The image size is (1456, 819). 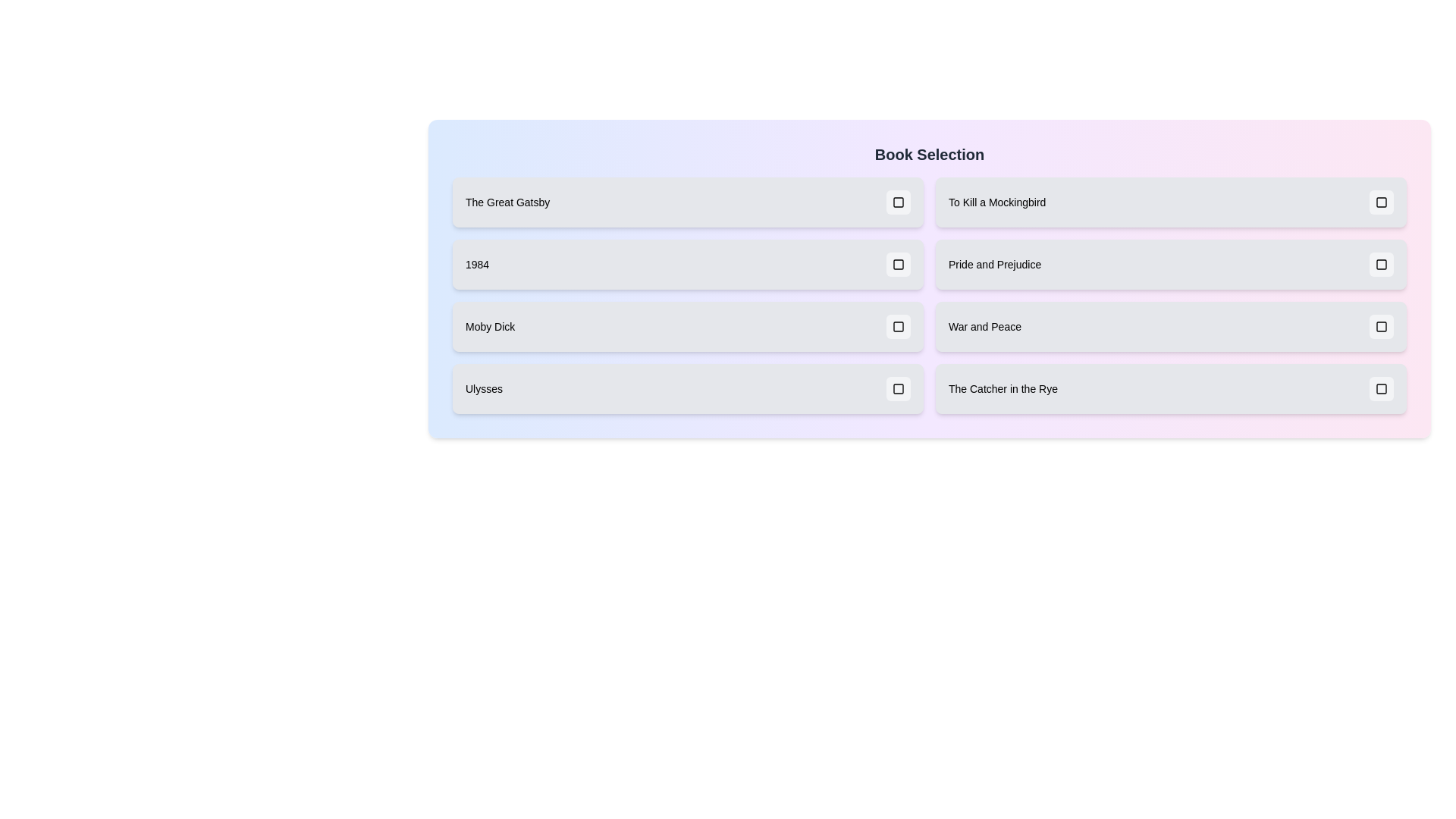 I want to click on the book title Ulysses to toggle its selection, so click(x=687, y=388).